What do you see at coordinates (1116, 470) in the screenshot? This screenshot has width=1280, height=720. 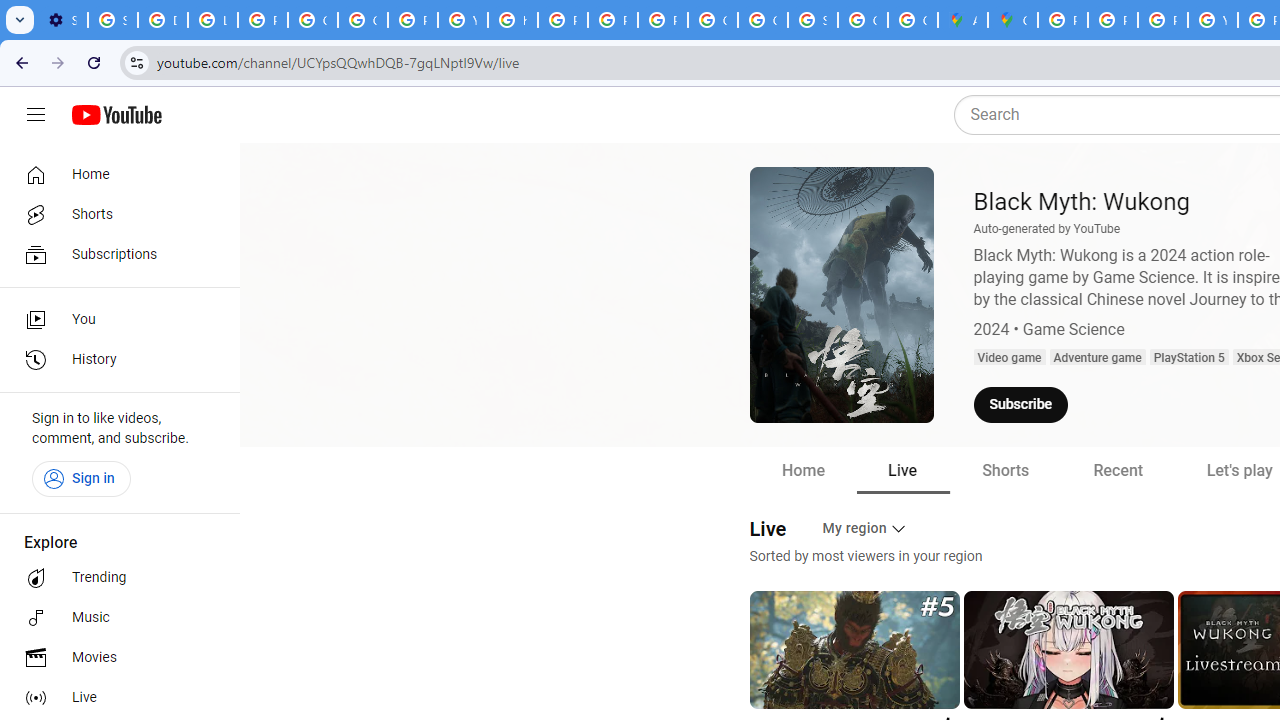 I see `'Recent'` at bounding box center [1116, 470].